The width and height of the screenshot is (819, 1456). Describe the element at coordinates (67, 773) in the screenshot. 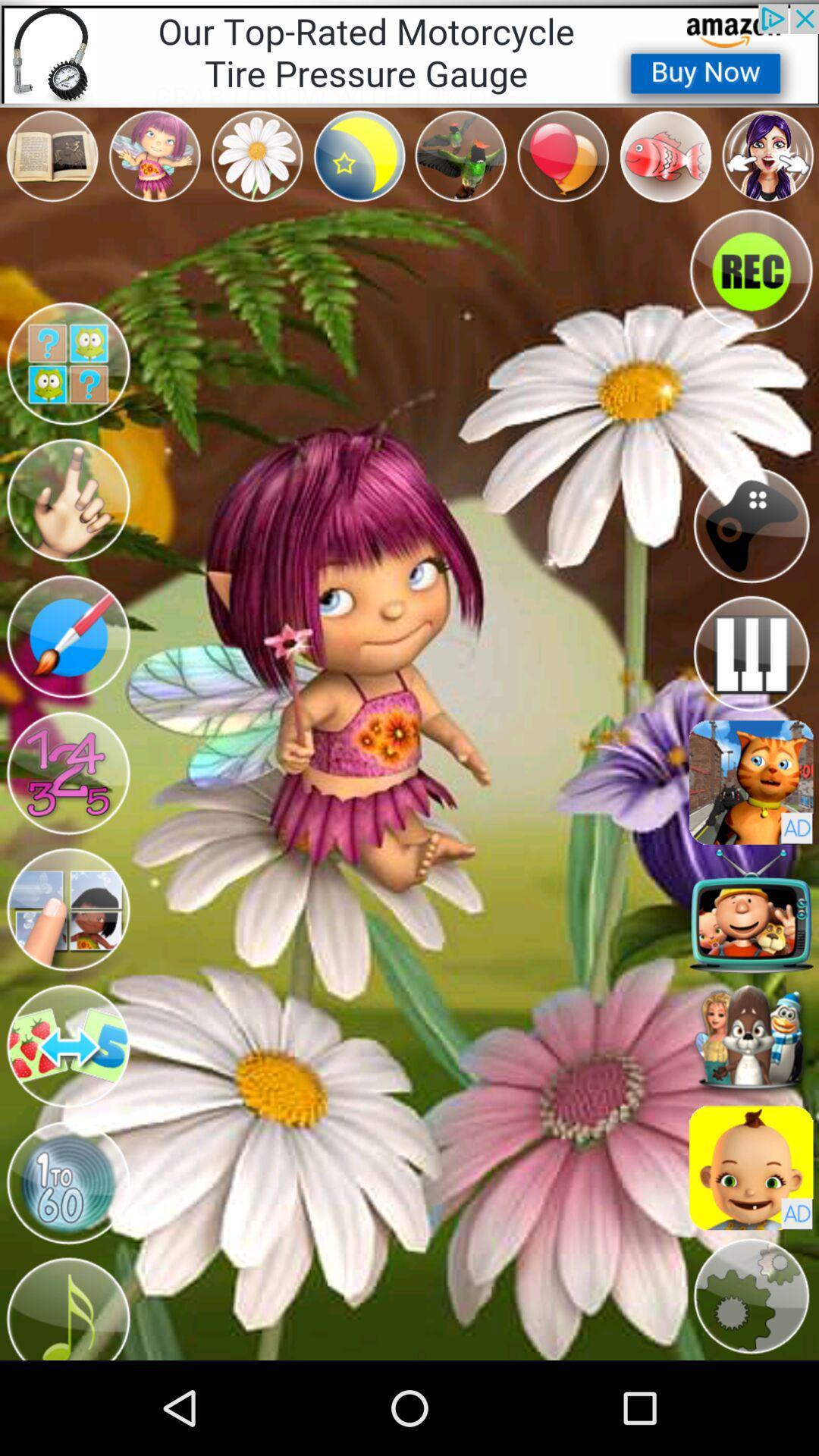

I see `numbers switch option` at that location.